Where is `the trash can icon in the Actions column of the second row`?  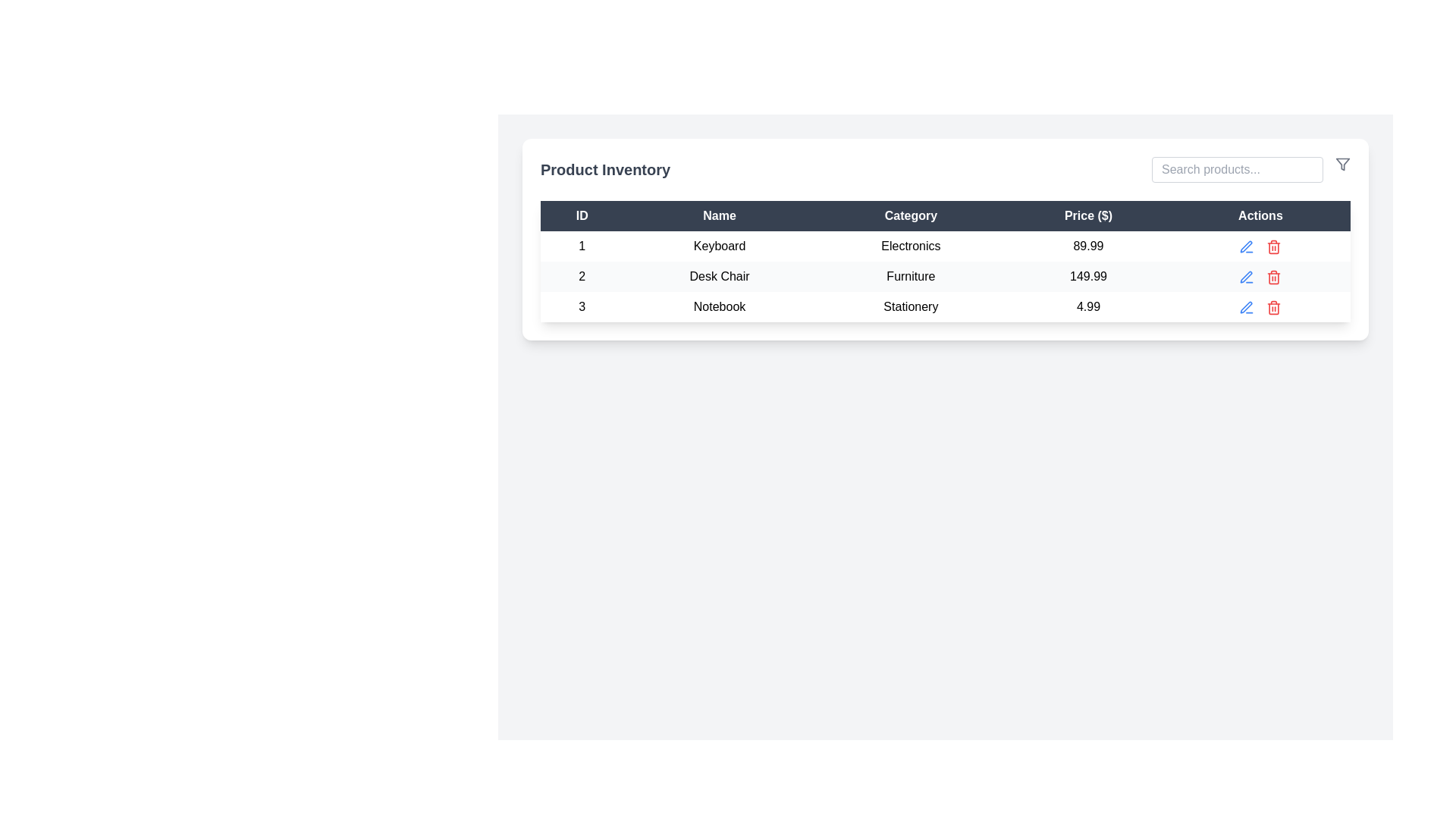
the trash can icon in the Actions column of the second row is located at coordinates (1274, 277).